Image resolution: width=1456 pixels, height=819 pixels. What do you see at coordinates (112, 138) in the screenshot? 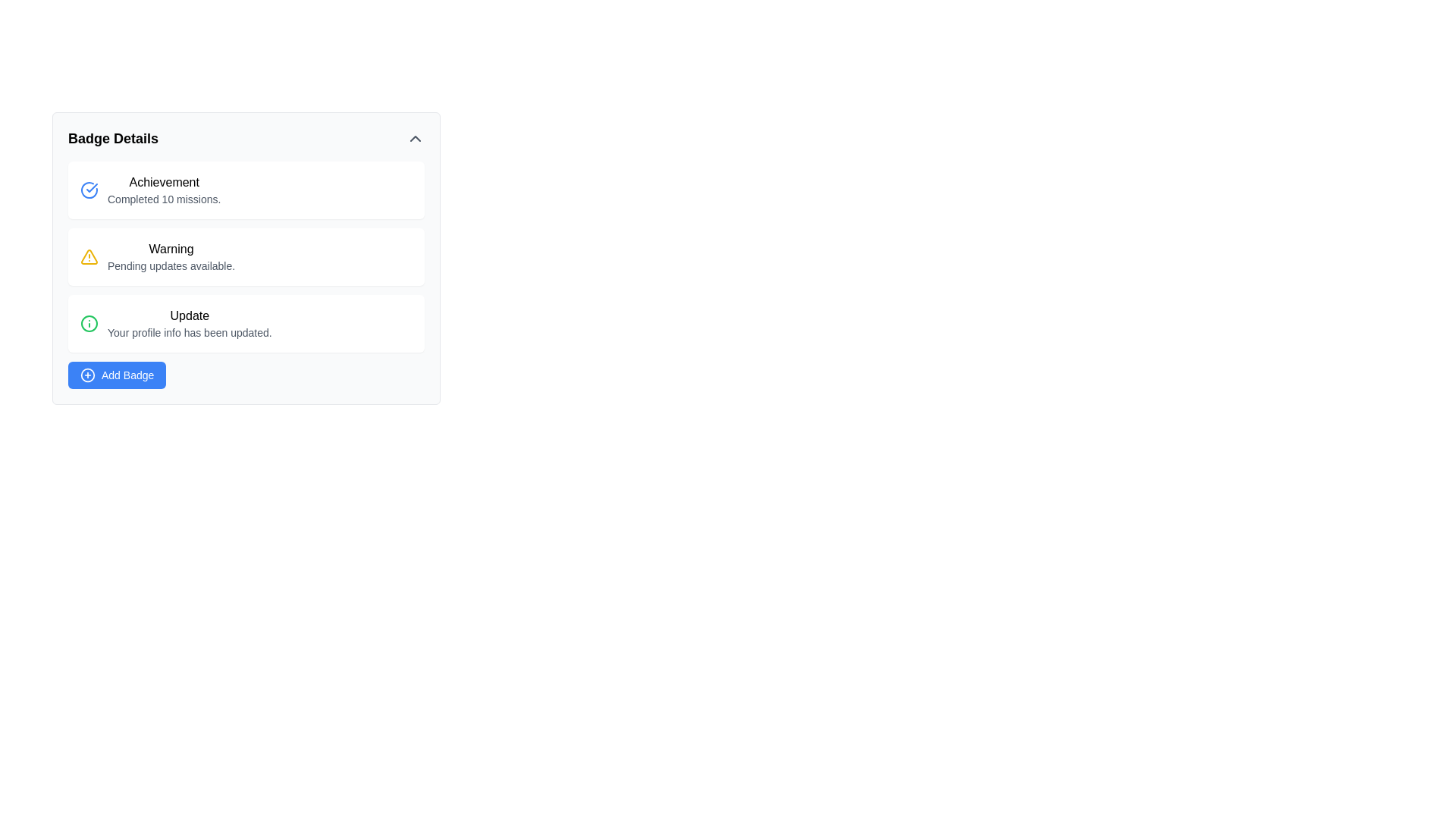
I see `the static text label that serves as a section header indicating badge information, located at the top-left corner of the interface` at bounding box center [112, 138].